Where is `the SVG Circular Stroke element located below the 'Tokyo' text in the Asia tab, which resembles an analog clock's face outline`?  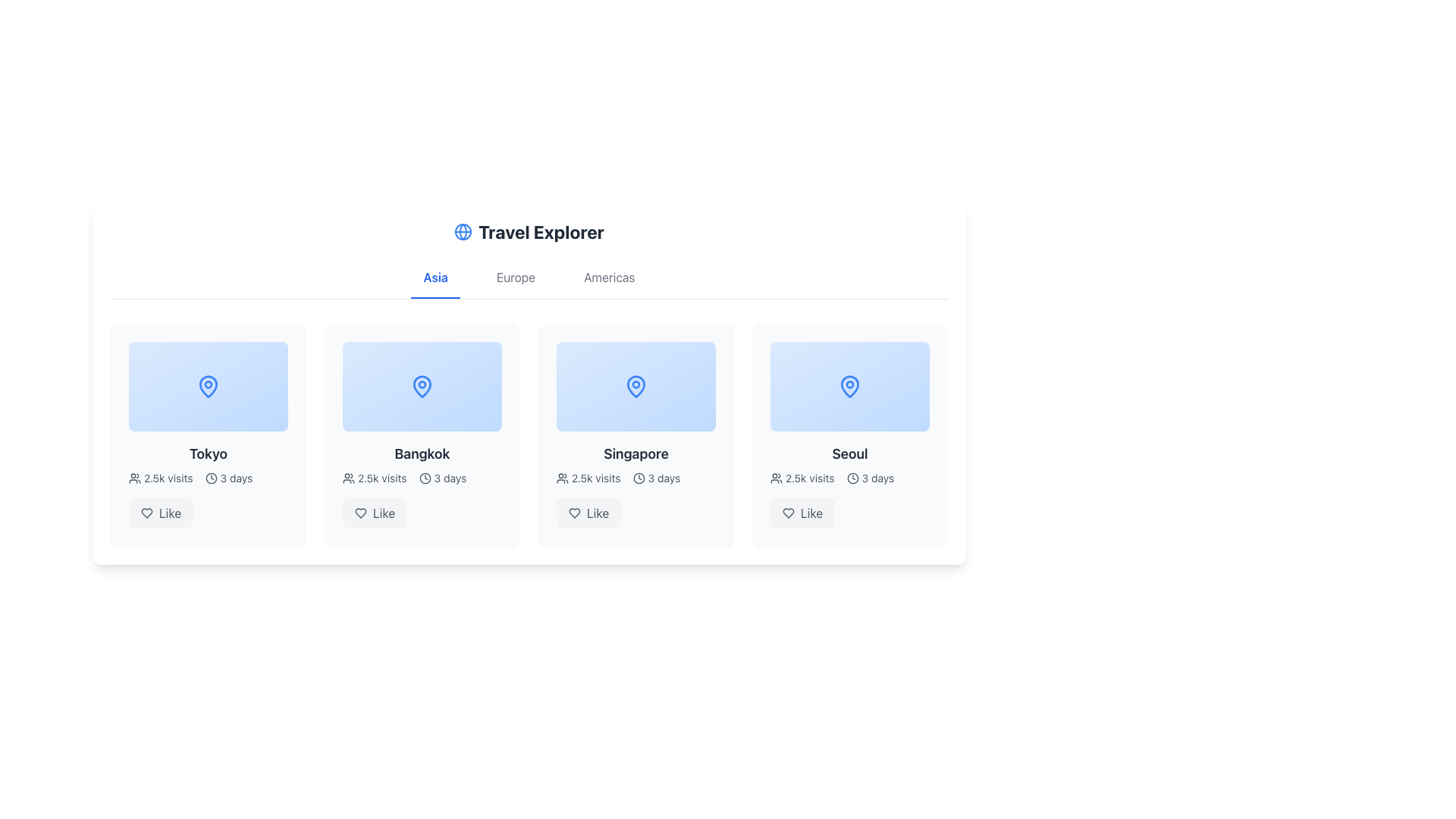
the SVG Circular Stroke element located below the 'Tokyo' text in the Asia tab, which resembles an analog clock's face outline is located at coordinates (210, 479).